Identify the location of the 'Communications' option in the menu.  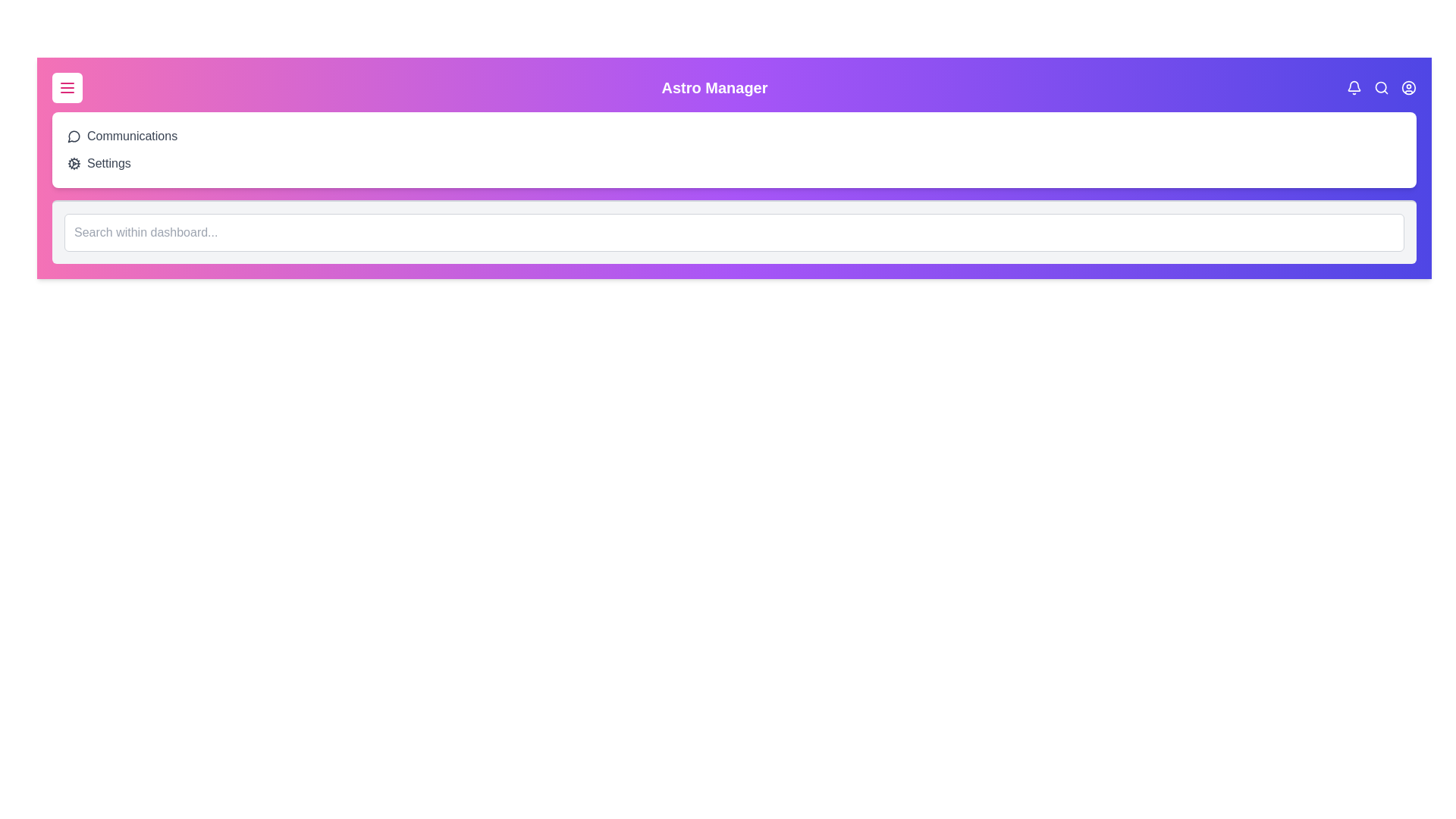
(131, 136).